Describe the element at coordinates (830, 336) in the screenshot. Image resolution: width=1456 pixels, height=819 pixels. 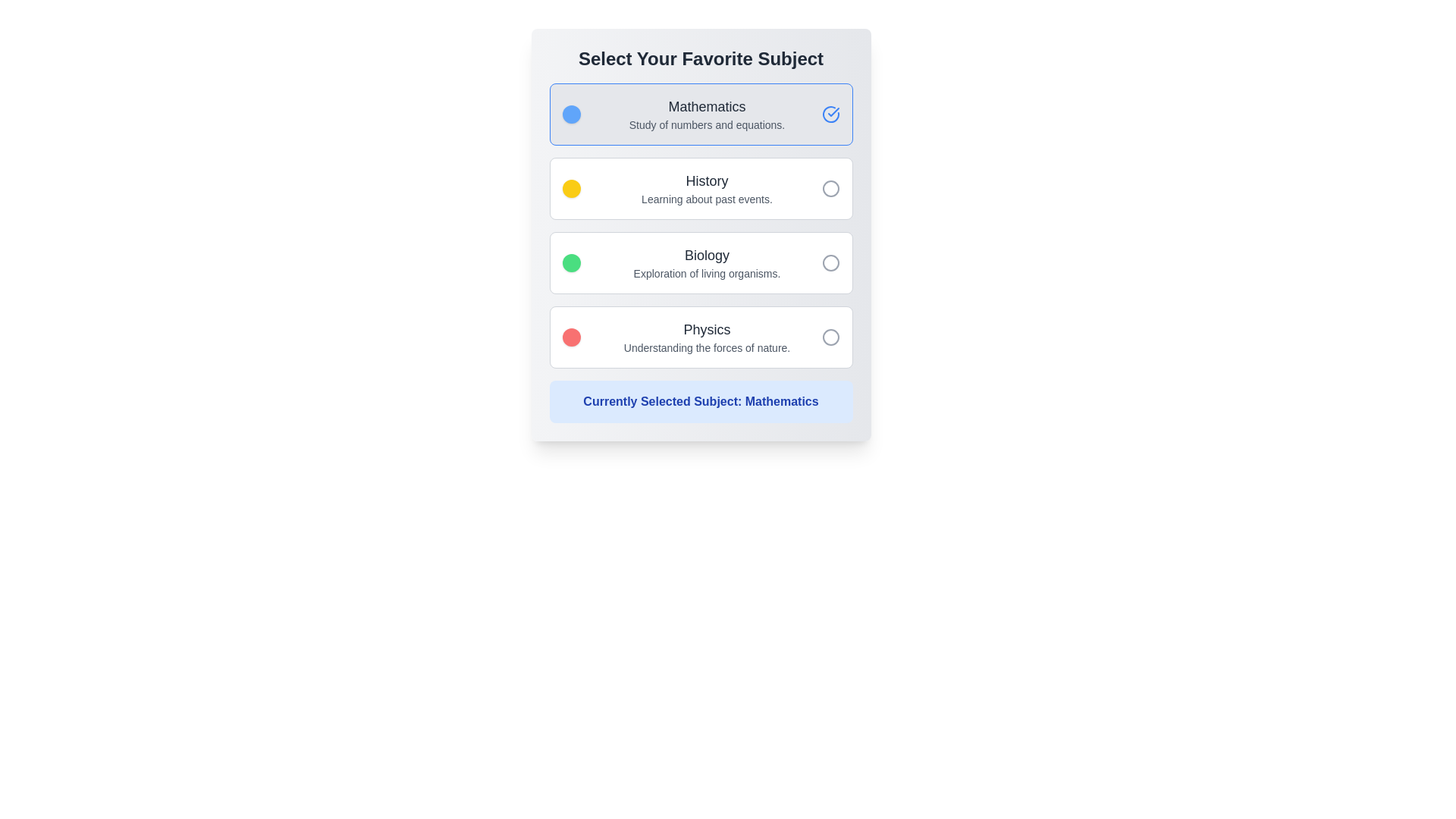
I see `the icon located in the fourth row (Physics) of the subject selection interface, which slightly overlaps with the red circular icon` at that location.